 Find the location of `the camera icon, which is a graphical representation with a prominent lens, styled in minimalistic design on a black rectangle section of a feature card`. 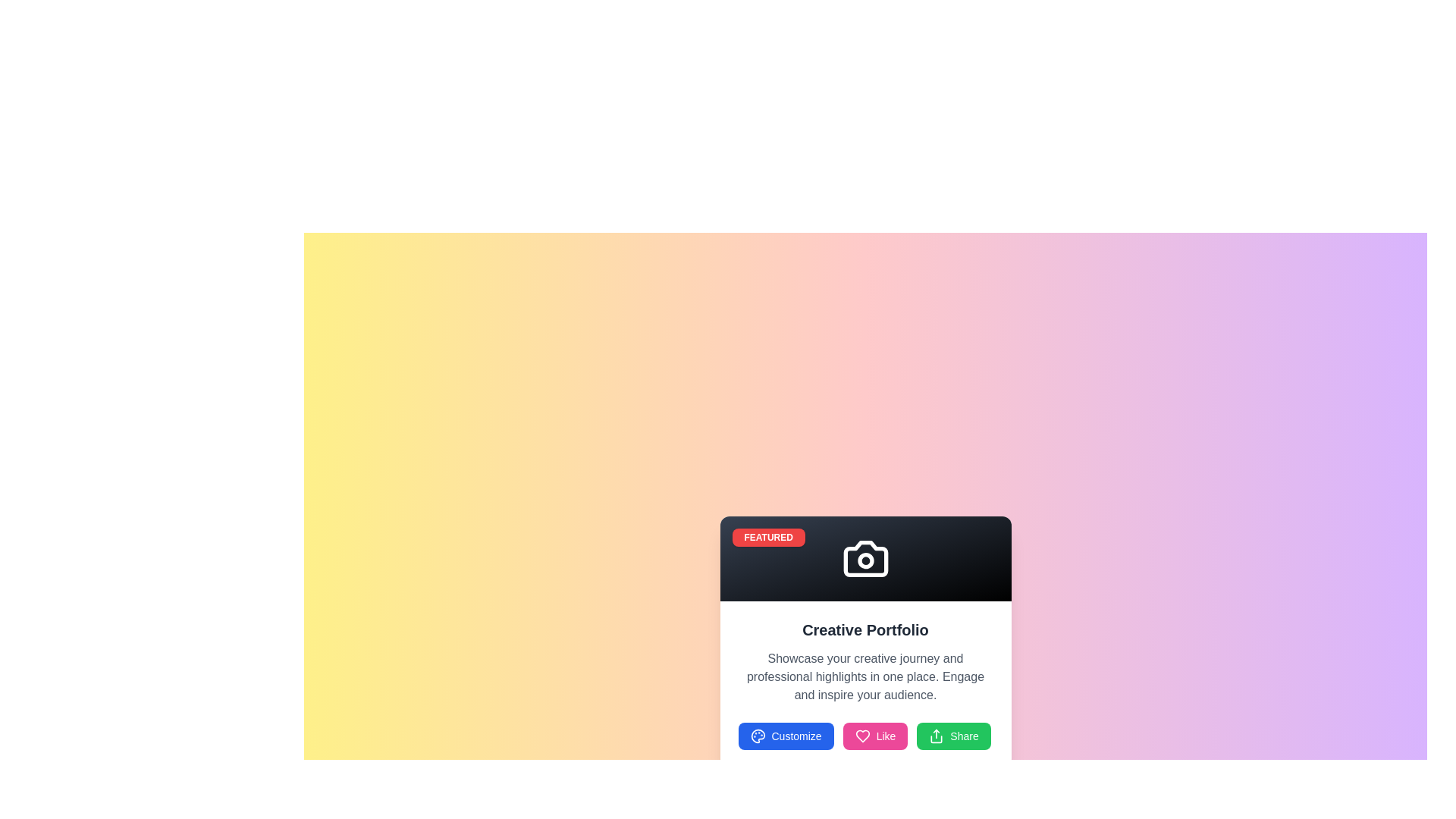

the camera icon, which is a graphical representation with a prominent lens, styled in minimalistic design on a black rectangle section of a feature card is located at coordinates (865, 558).